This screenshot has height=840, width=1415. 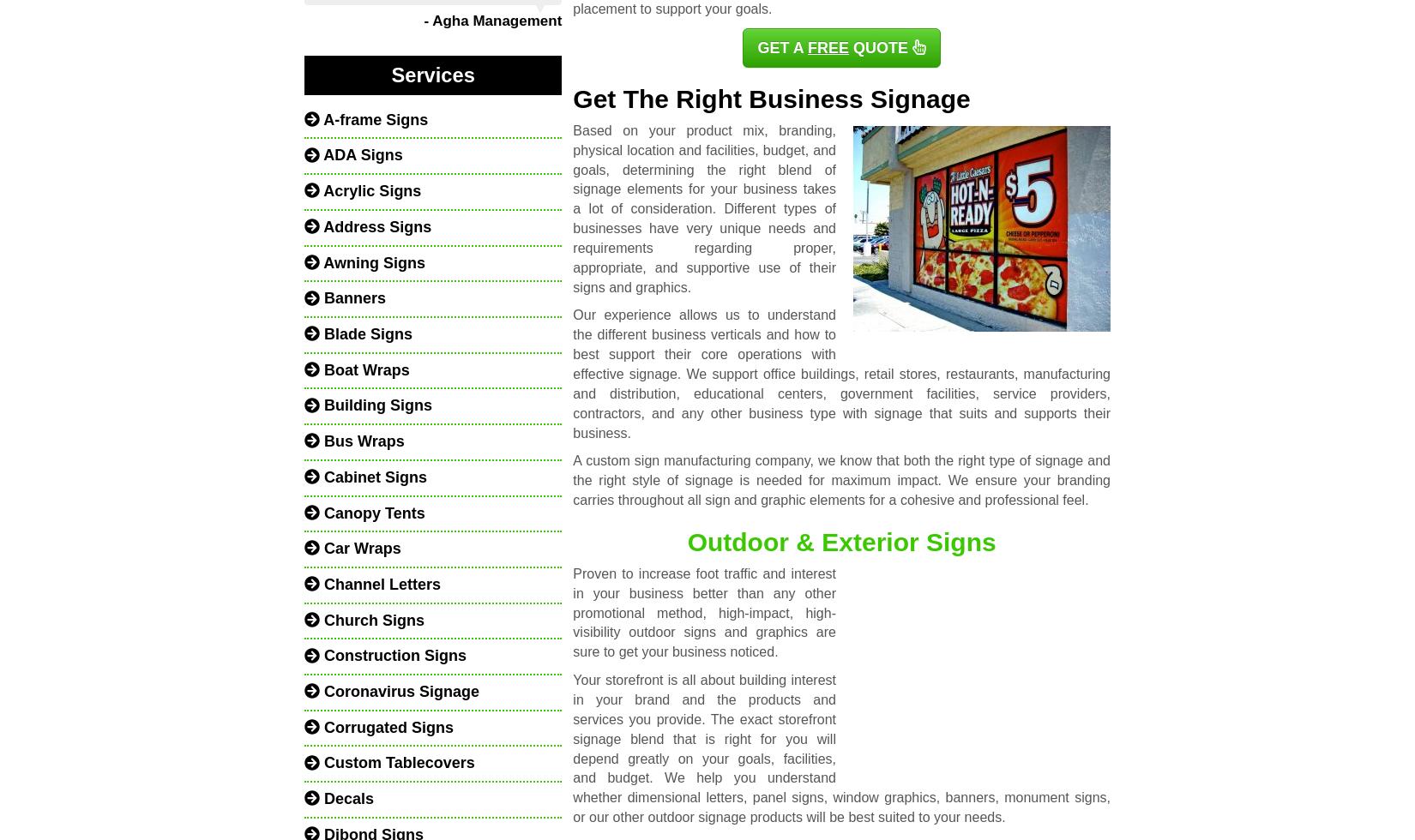 What do you see at coordinates (782, 46) in the screenshot?
I see `'GET A'` at bounding box center [782, 46].